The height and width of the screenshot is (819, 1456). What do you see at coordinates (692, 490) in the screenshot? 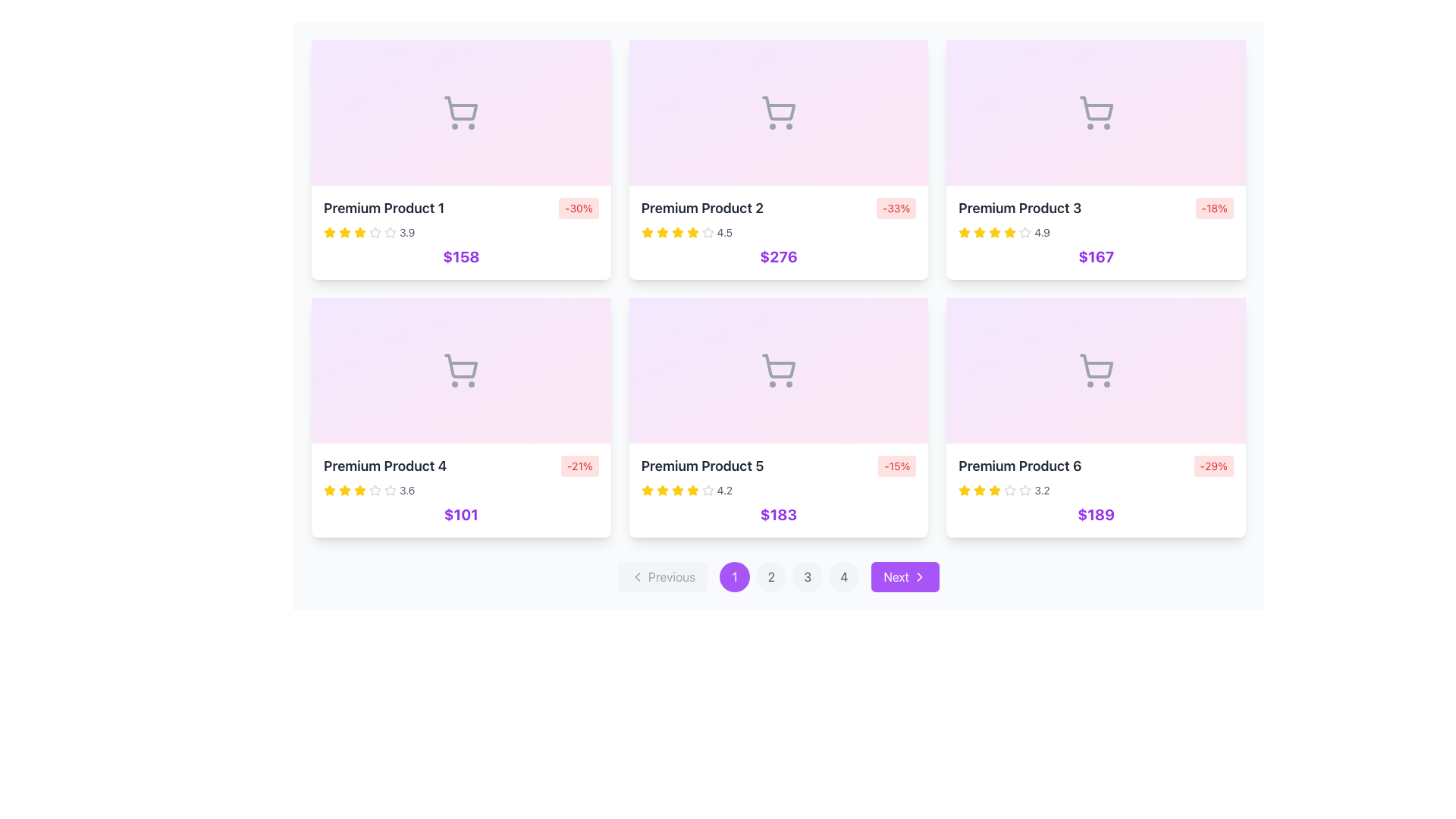
I see `the second star graphic icon in the five-star rating system for the product, located below the product name and above the pricing information` at bounding box center [692, 490].